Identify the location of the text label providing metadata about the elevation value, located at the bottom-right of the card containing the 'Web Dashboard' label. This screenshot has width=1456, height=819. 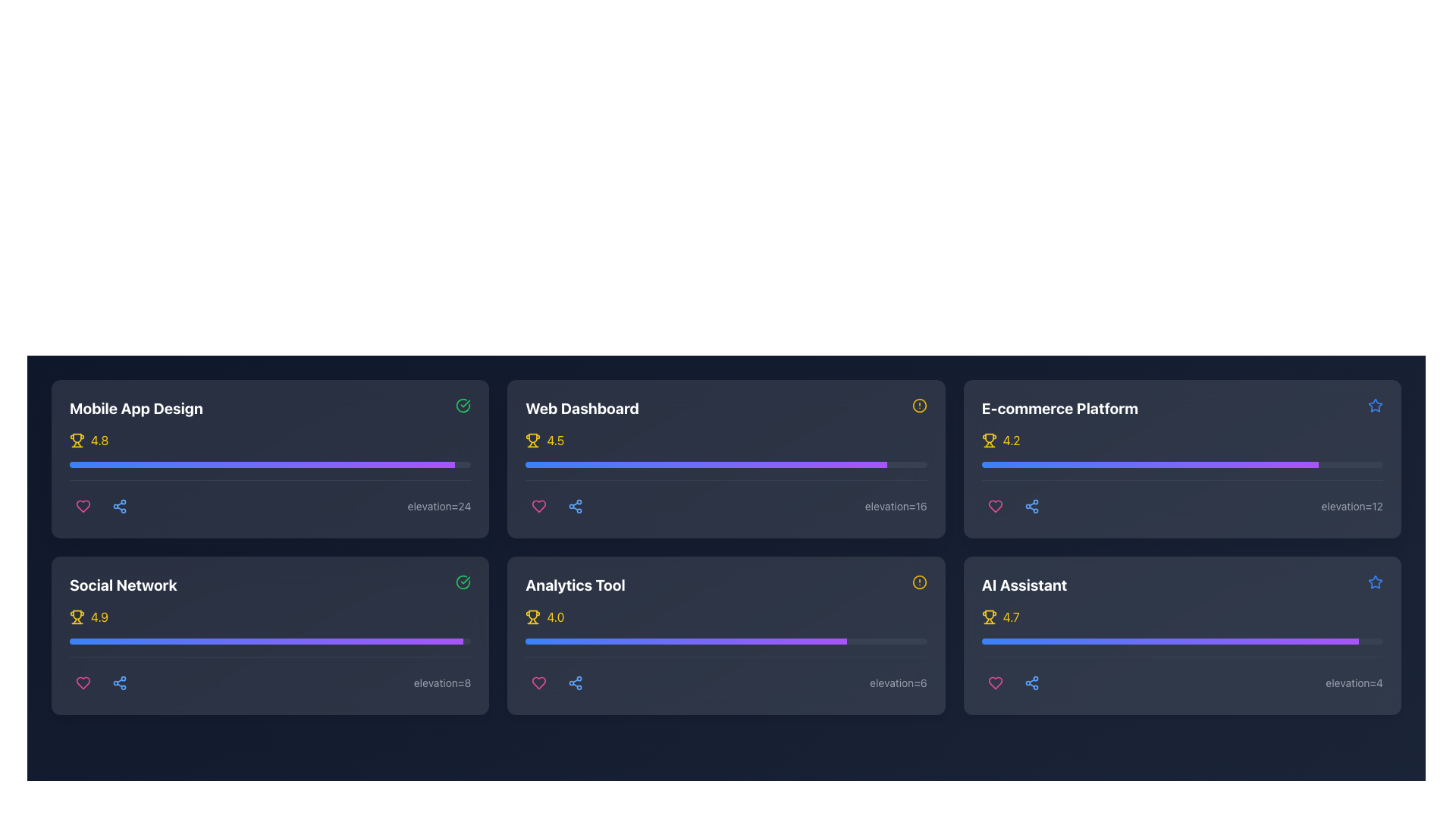
(896, 506).